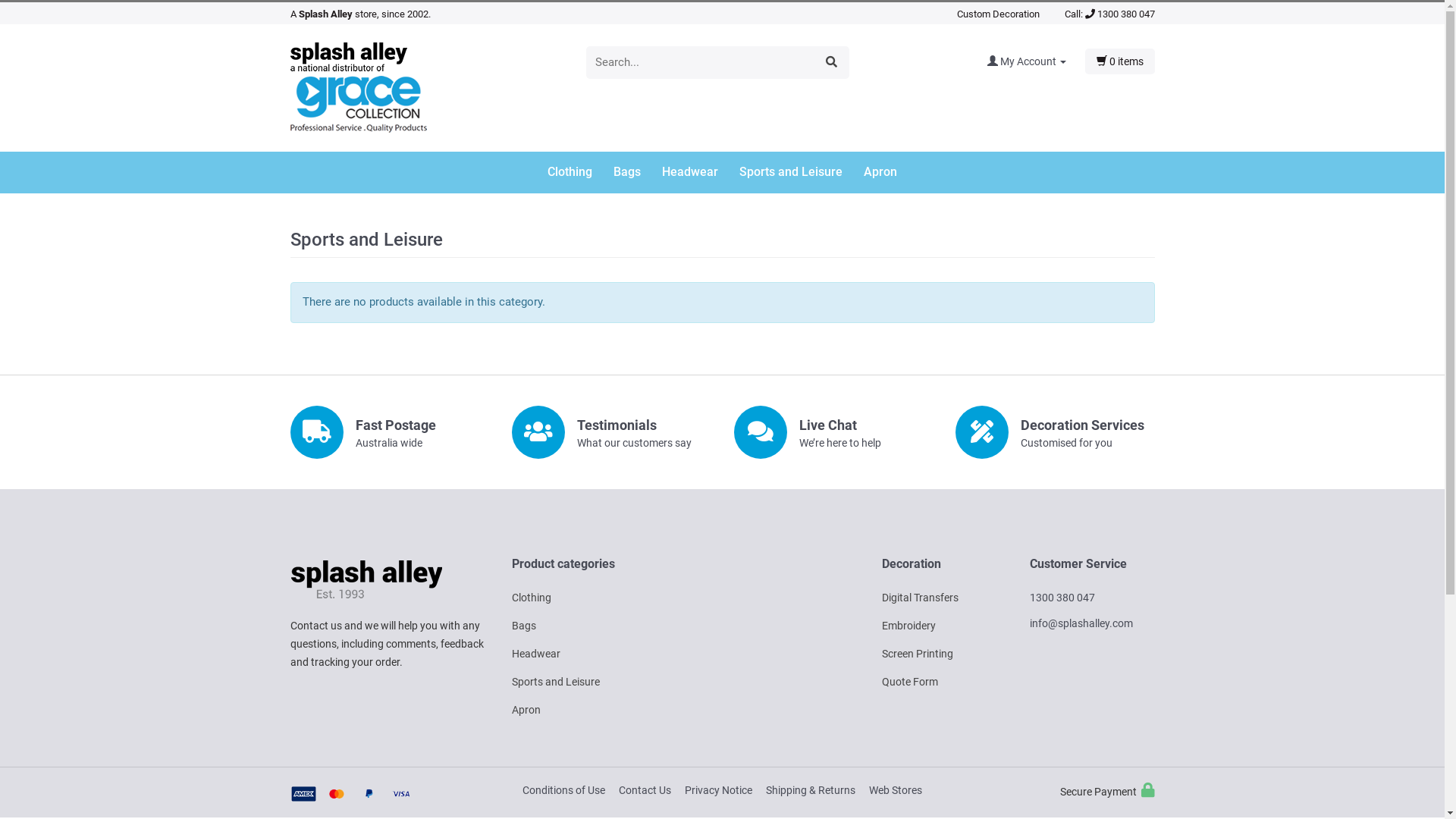 Image resolution: width=1456 pixels, height=819 pixels. What do you see at coordinates (524, 626) in the screenshot?
I see `'Bags'` at bounding box center [524, 626].